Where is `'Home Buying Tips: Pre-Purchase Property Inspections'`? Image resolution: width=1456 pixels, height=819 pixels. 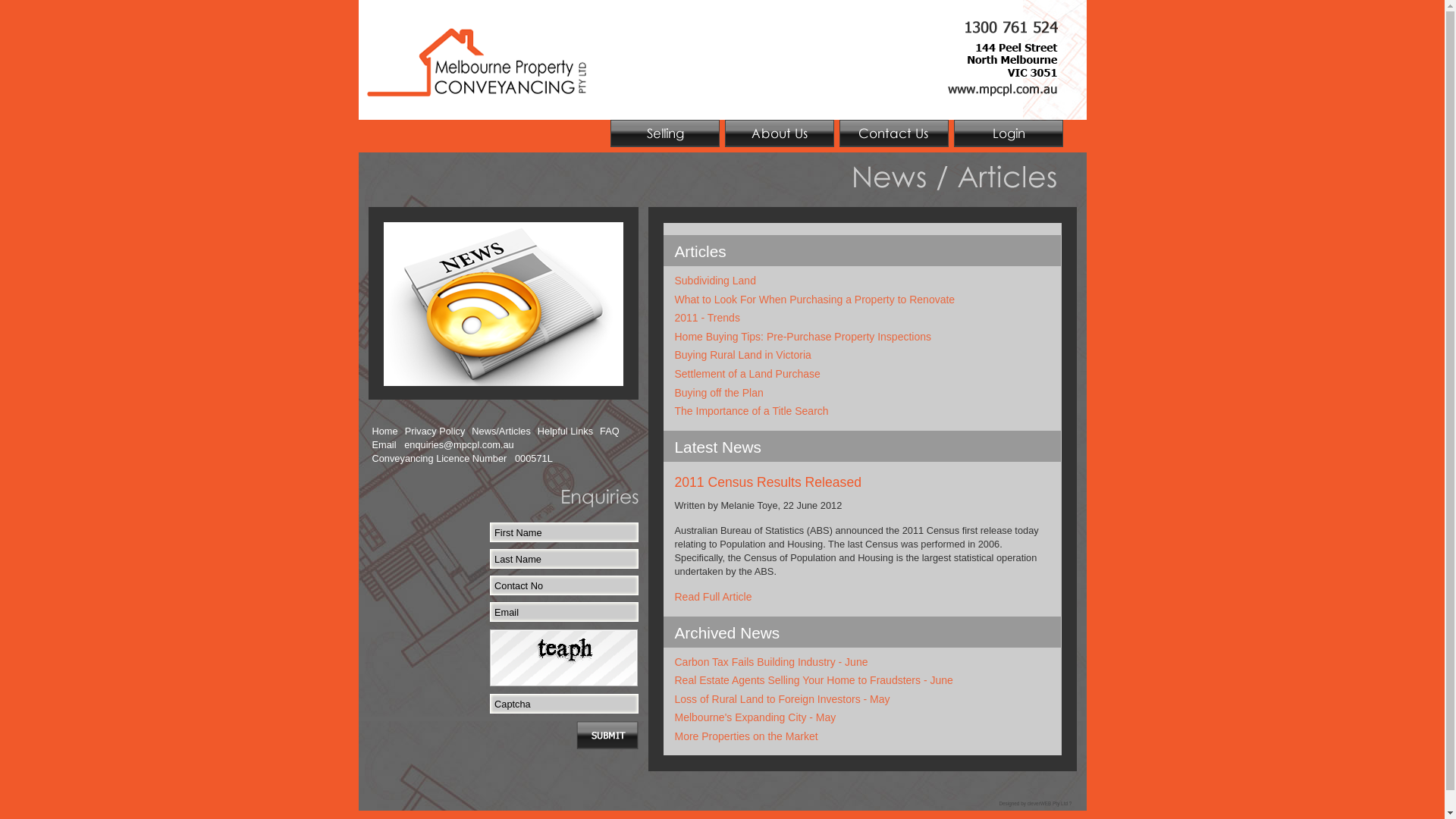
'Home Buying Tips: Pre-Purchase Property Inspections' is located at coordinates (802, 335).